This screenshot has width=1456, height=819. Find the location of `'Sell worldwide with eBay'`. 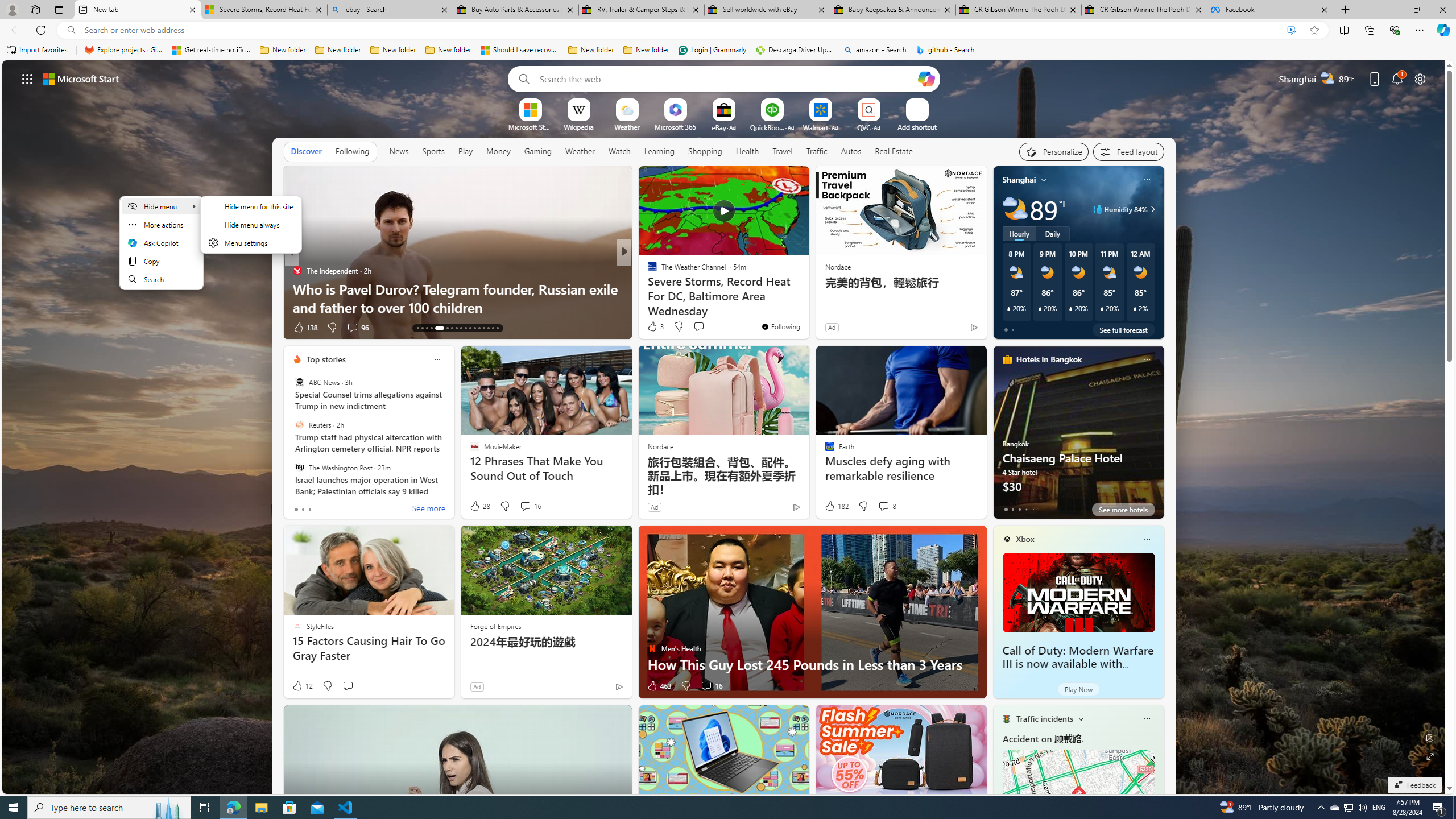

'Sell worldwide with eBay' is located at coordinates (766, 9).